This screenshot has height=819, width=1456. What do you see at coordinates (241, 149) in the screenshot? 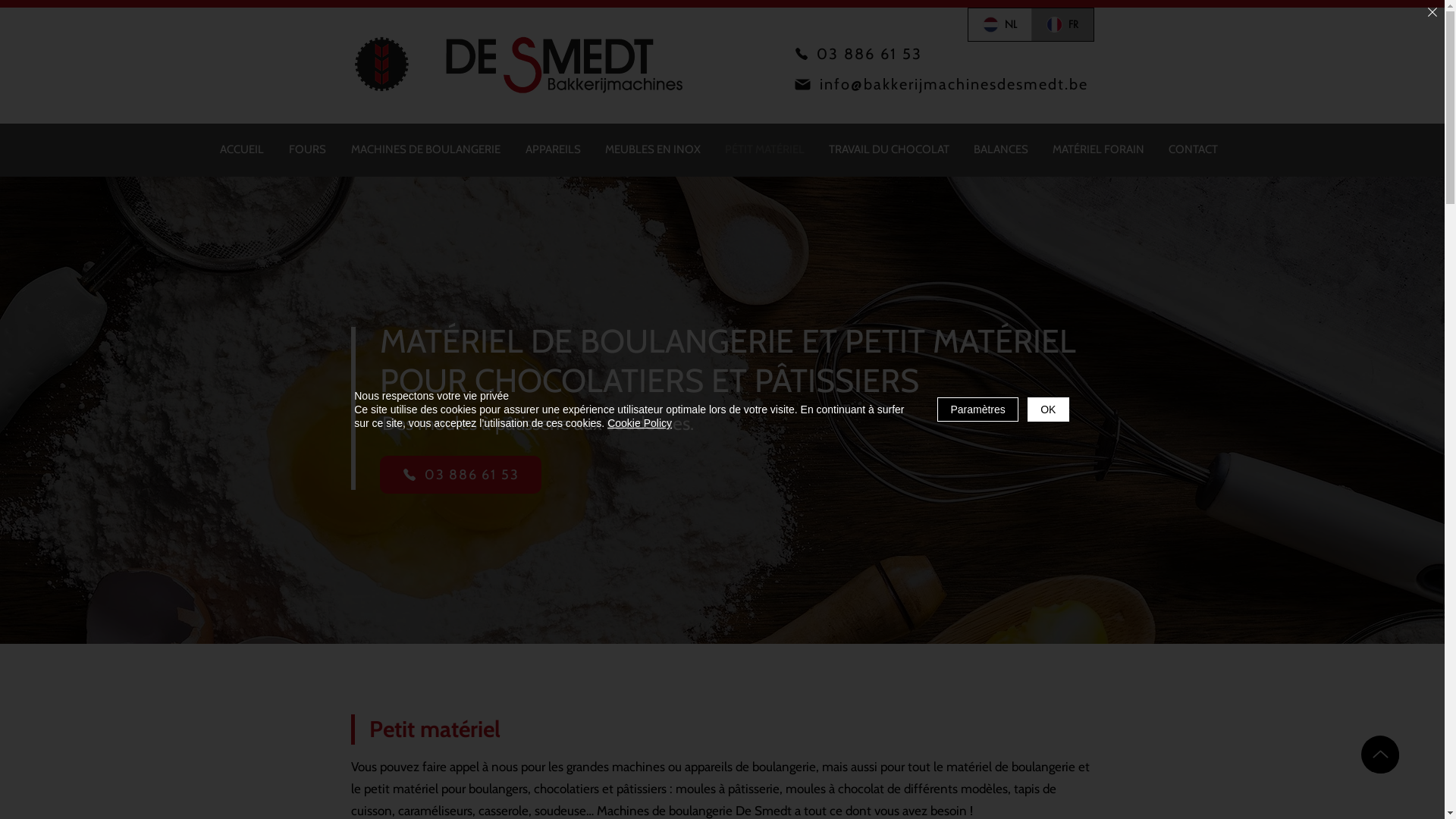
I see `'ACCUEIL'` at bounding box center [241, 149].